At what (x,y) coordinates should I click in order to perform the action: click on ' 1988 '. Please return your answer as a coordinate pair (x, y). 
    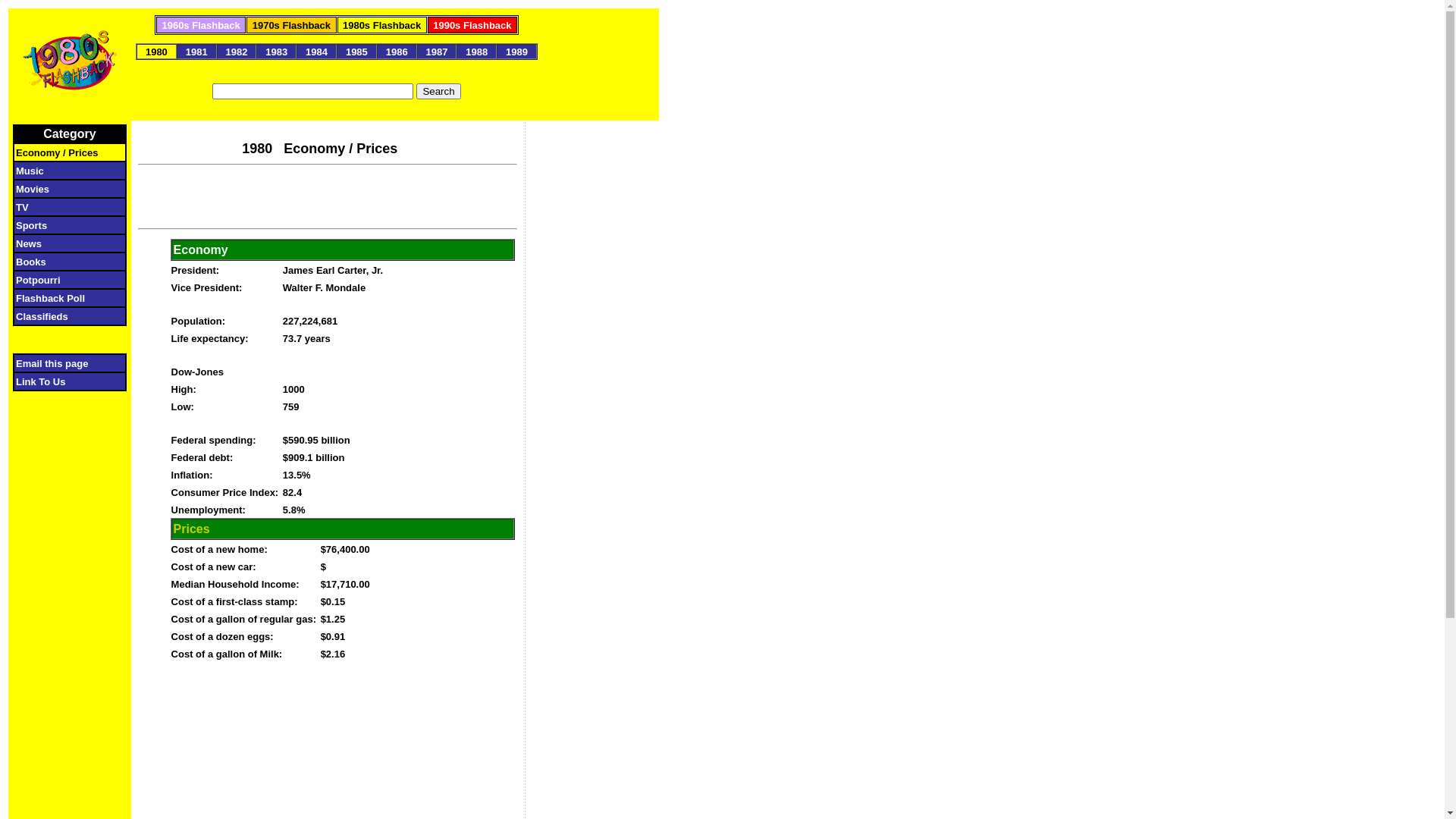
    Looking at the image, I should click on (475, 50).